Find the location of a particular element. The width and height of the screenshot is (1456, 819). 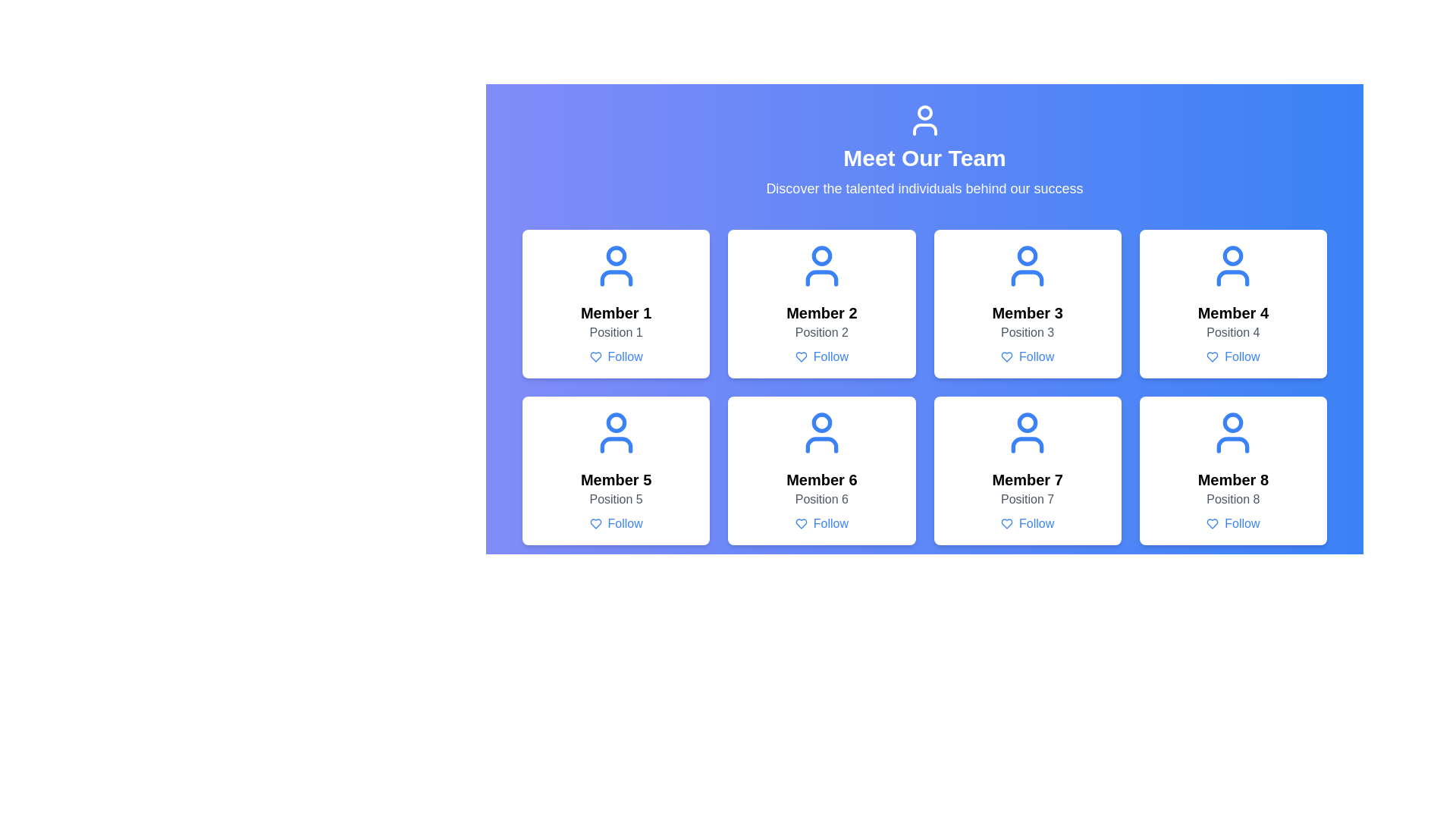

the 'Member 4' text label located in the fourth card of the grid layout, which displays the text in a bold, large font style is located at coordinates (1233, 312).